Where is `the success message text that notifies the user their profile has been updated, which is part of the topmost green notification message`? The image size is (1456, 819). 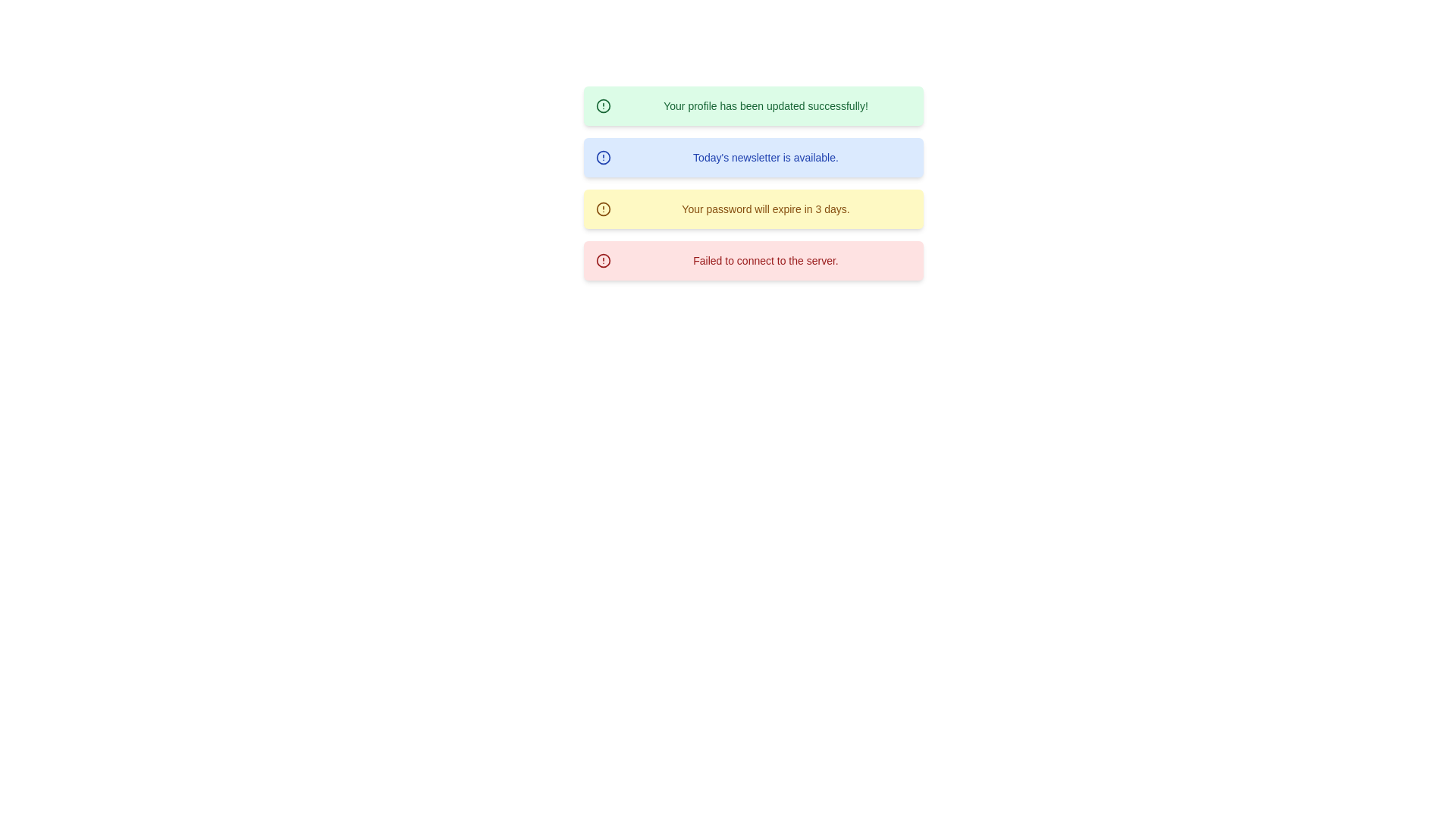
the success message text that notifies the user their profile has been updated, which is part of the topmost green notification message is located at coordinates (765, 105).